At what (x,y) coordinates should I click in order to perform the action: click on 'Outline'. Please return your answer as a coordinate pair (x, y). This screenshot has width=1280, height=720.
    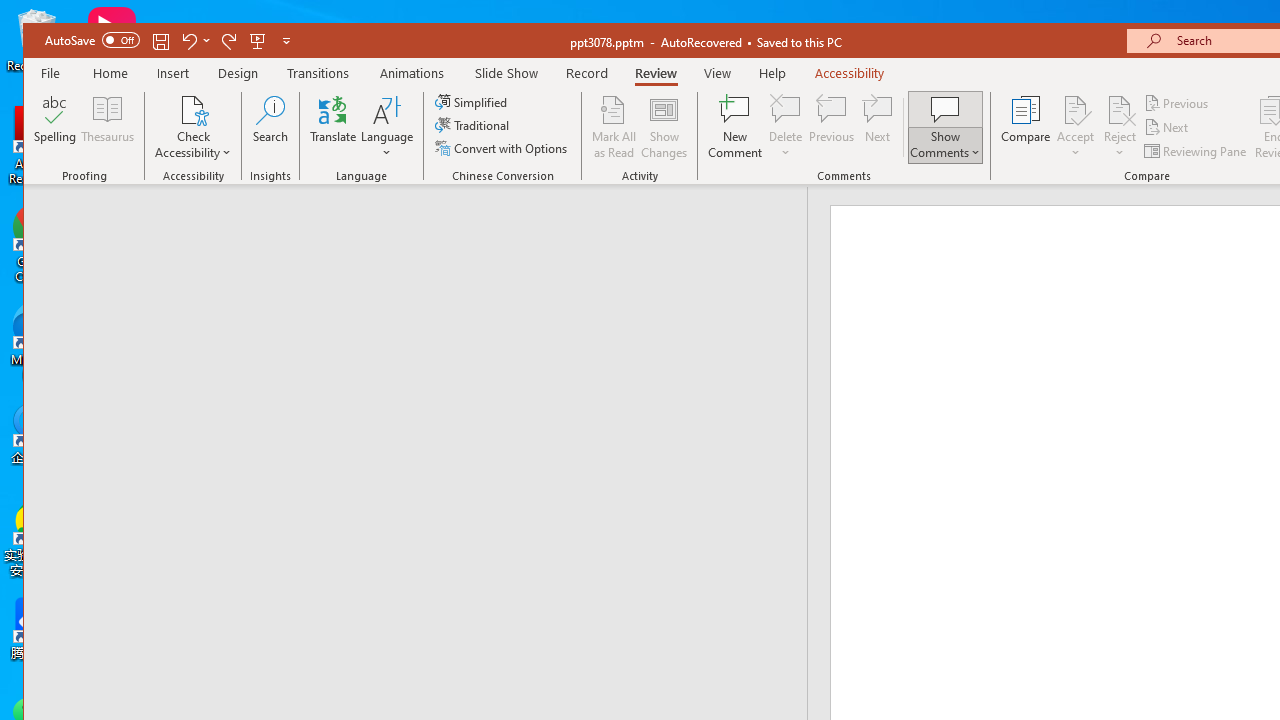
    Looking at the image, I should click on (423, 225).